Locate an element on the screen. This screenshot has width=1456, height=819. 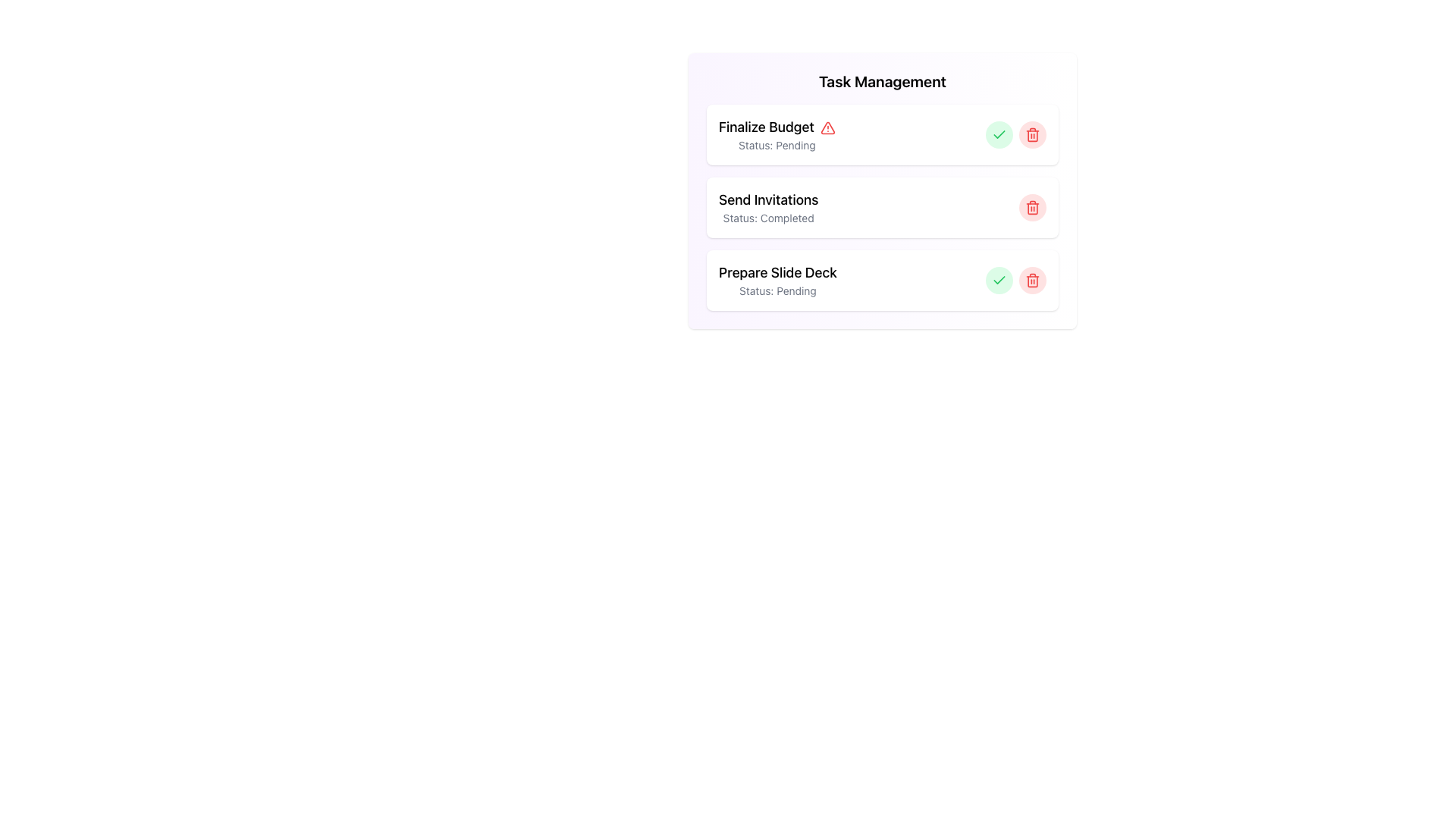
the bolded text label that reads 'Prepare Slide Deck' located at the top of the third task card in the task manager interface is located at coordinates (777, 271).